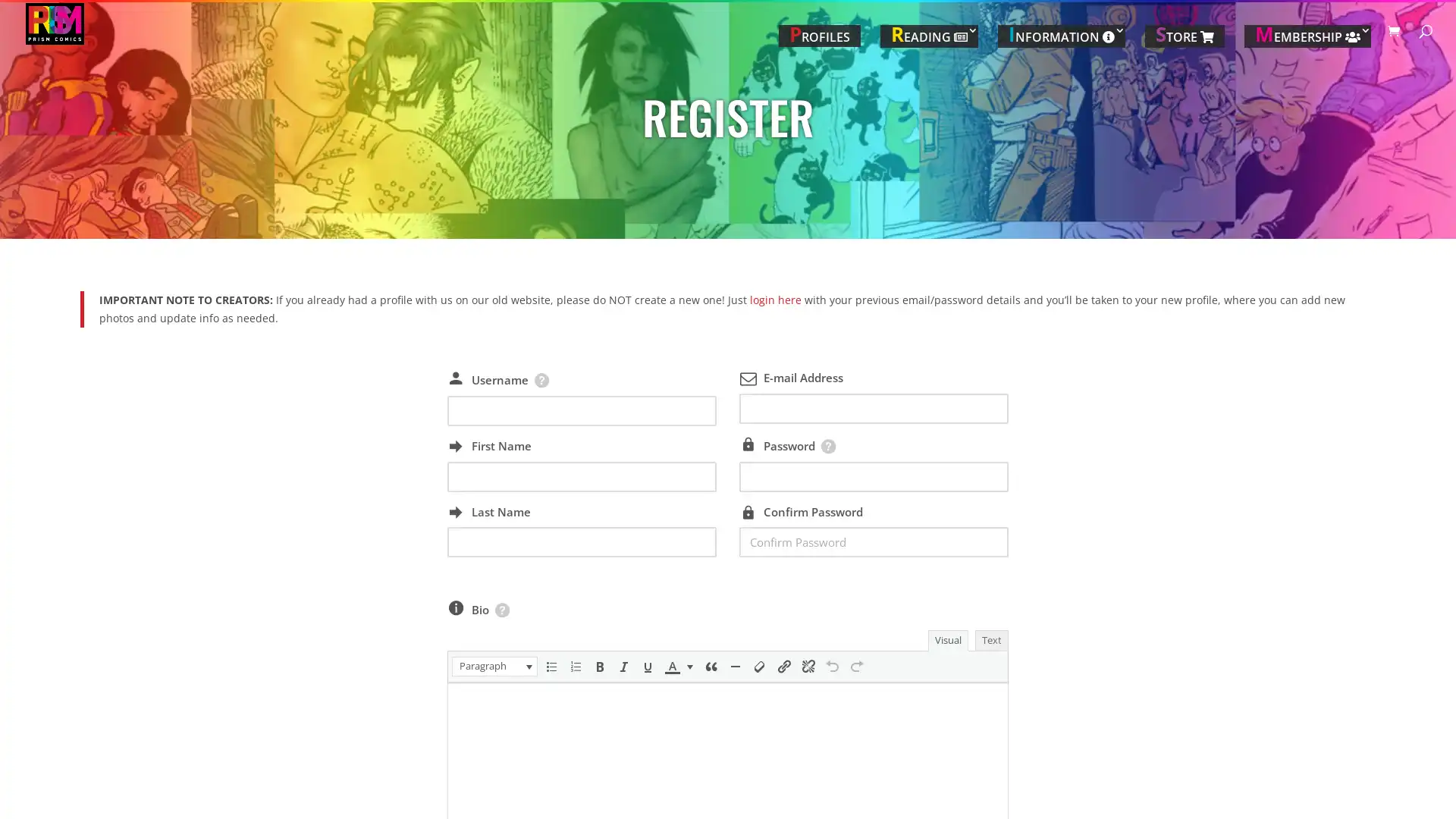  Describe the element at coordinates (574, 666) in the screenshot. I see `Numbered list (O)` at that location.